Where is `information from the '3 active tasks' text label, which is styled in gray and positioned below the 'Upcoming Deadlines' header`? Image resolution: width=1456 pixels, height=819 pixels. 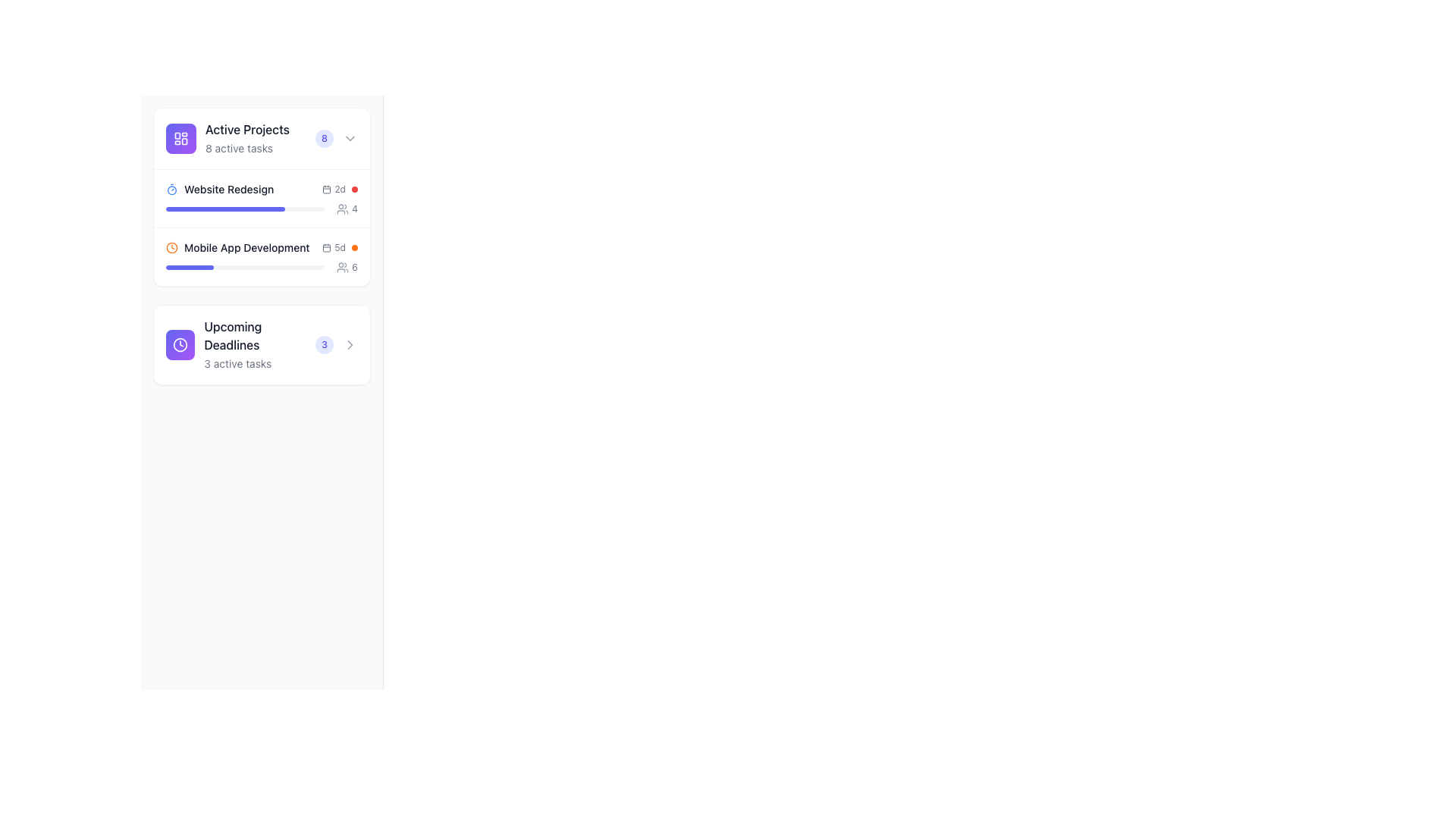
information from the '3 active tasks' text label, which is styled in gray and positioned below the 'Upcoming Deadlines' header is located at coordinates (237, 363).